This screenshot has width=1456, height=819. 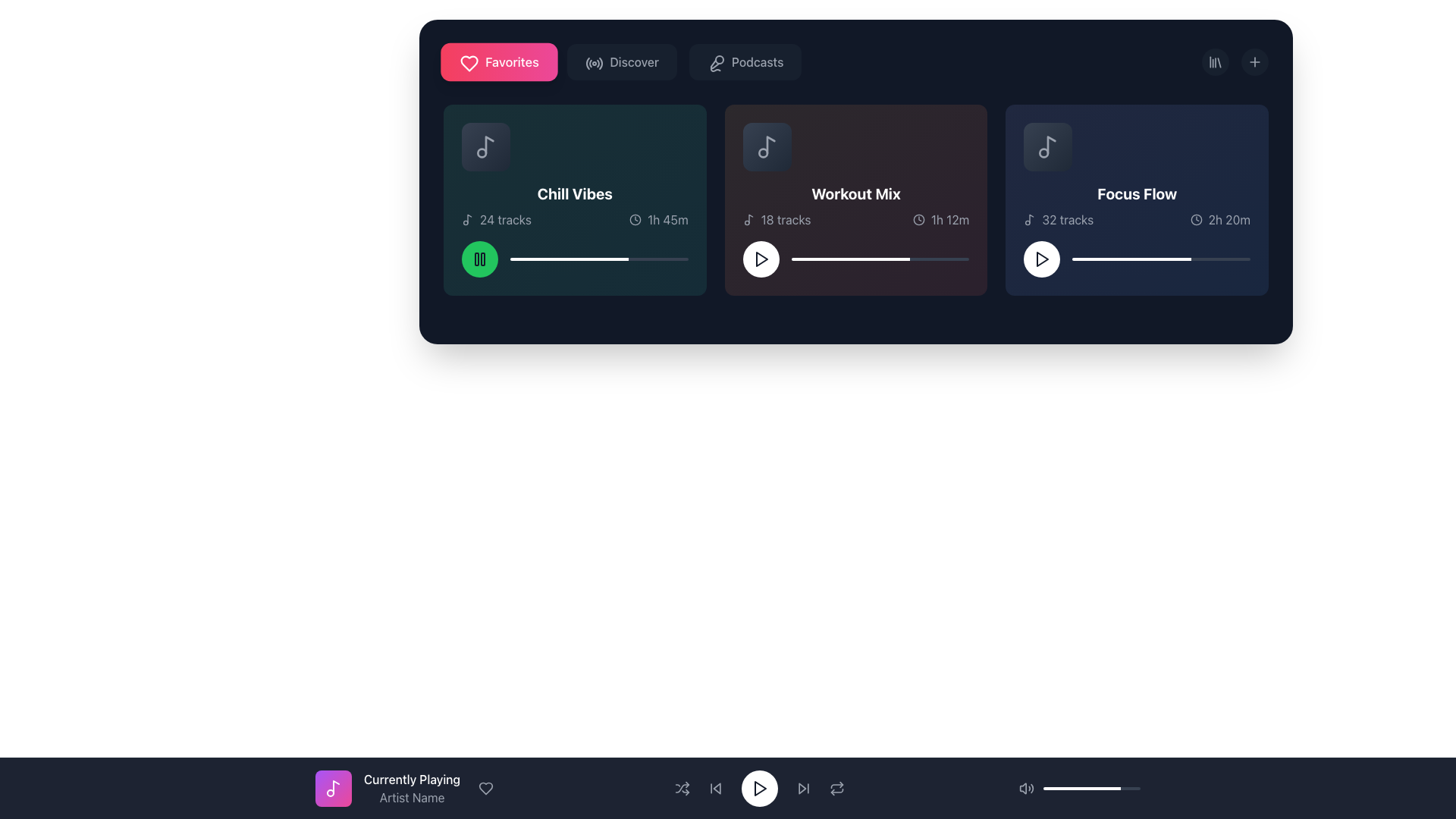 I want to click on the musical note icon located in the 'Focus Flow' section, which is positioned to the left of the text '32 tracks', so click(x=1030, y=219).